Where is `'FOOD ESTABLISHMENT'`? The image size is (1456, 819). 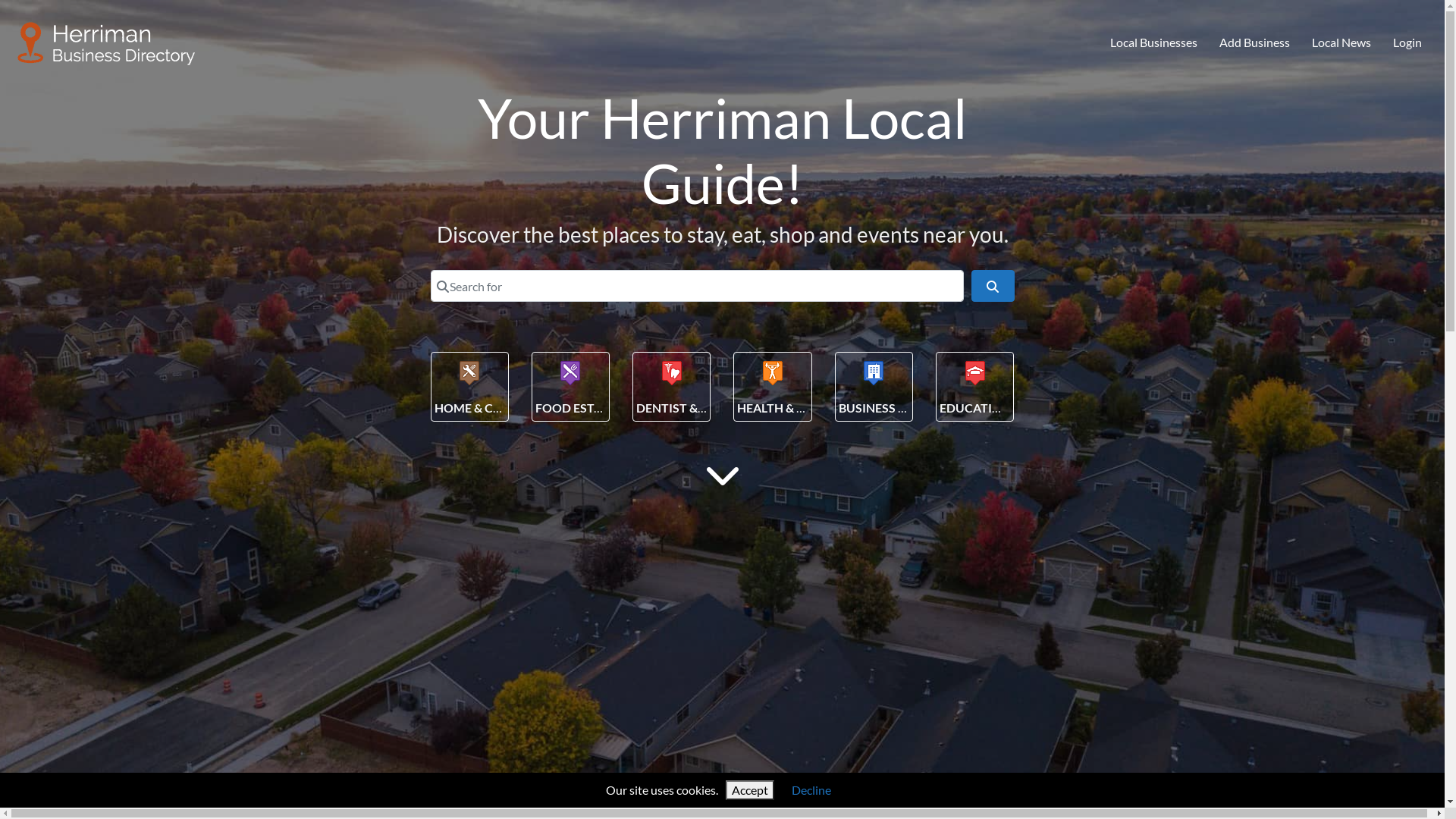
'FOOD ESTABLISHMENT' is located at coordinates (602, 406).